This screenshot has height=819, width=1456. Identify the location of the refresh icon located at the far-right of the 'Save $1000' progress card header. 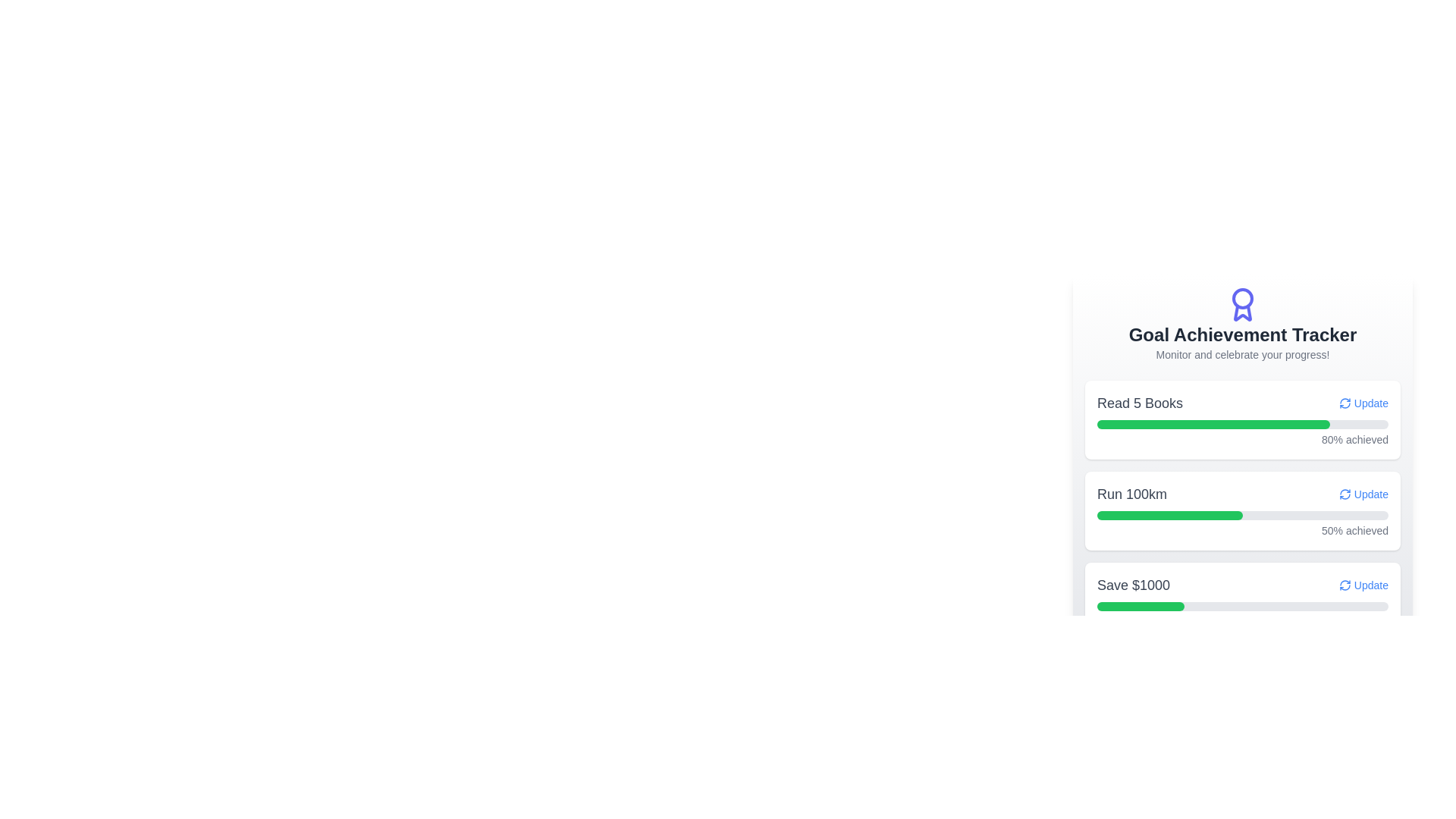
(1345, 584).